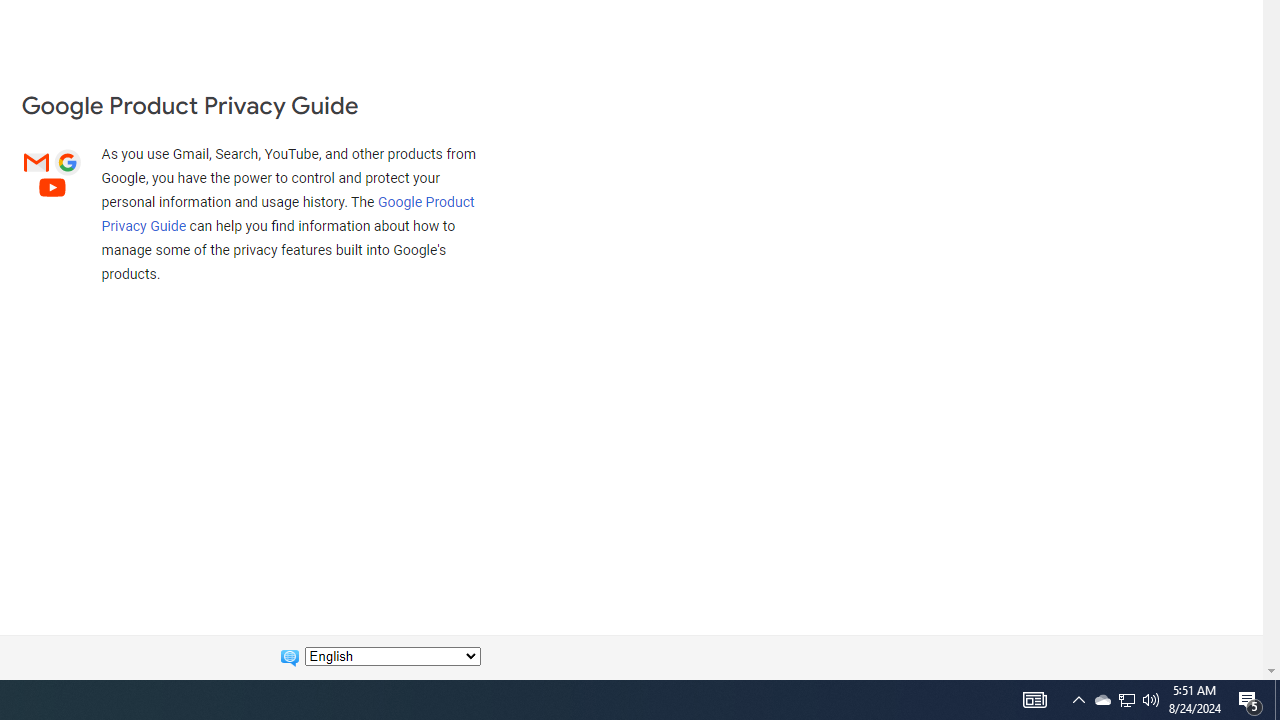 The width and height of the screenshot is (1280, 720). What do you see at coordinates (287, 213) in the screenshot?
I see `'Google Product Privacy Guide'` at bounding box center [287, 213].